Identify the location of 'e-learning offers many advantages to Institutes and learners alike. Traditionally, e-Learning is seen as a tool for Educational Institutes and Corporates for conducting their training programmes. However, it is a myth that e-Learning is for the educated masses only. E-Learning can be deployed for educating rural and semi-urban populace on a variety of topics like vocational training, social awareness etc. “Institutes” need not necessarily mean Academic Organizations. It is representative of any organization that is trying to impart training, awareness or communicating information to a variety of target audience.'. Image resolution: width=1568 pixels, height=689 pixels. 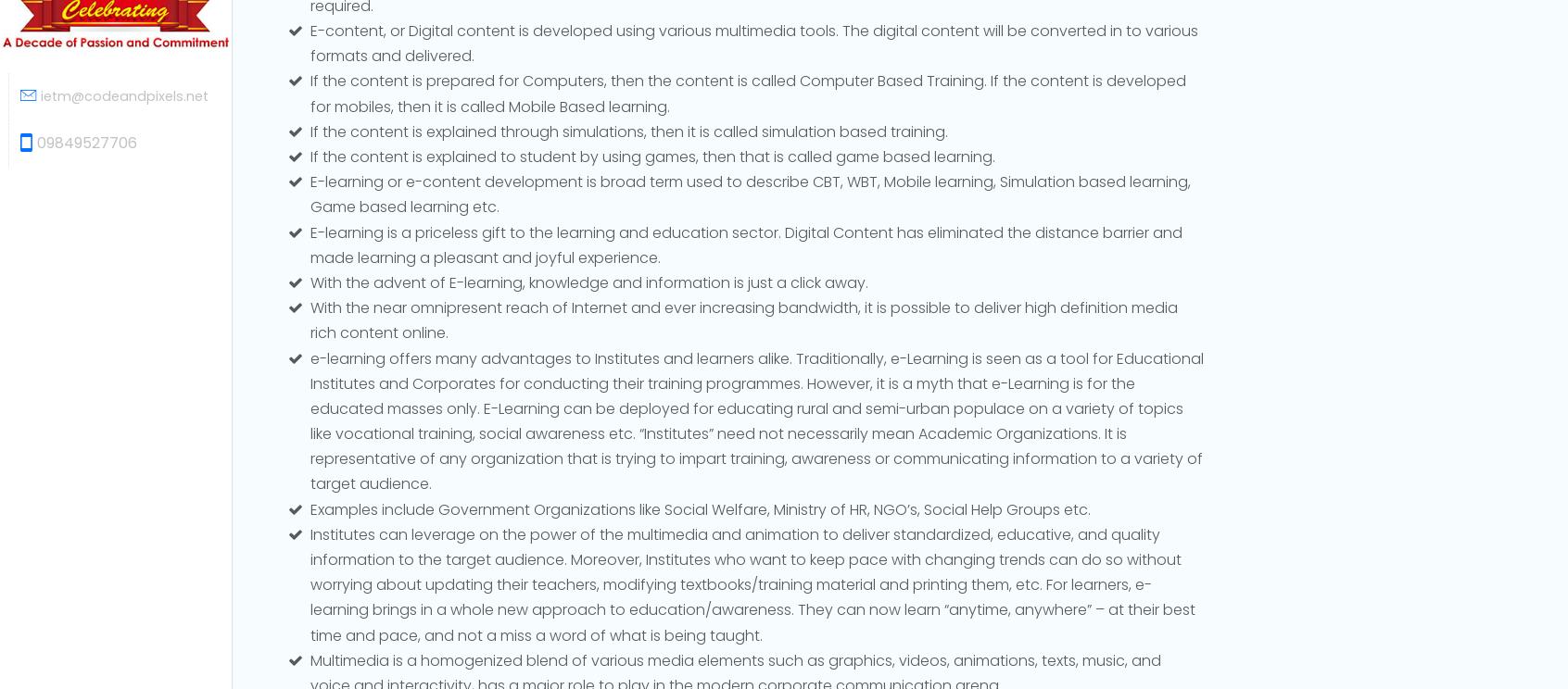
(757, 420).